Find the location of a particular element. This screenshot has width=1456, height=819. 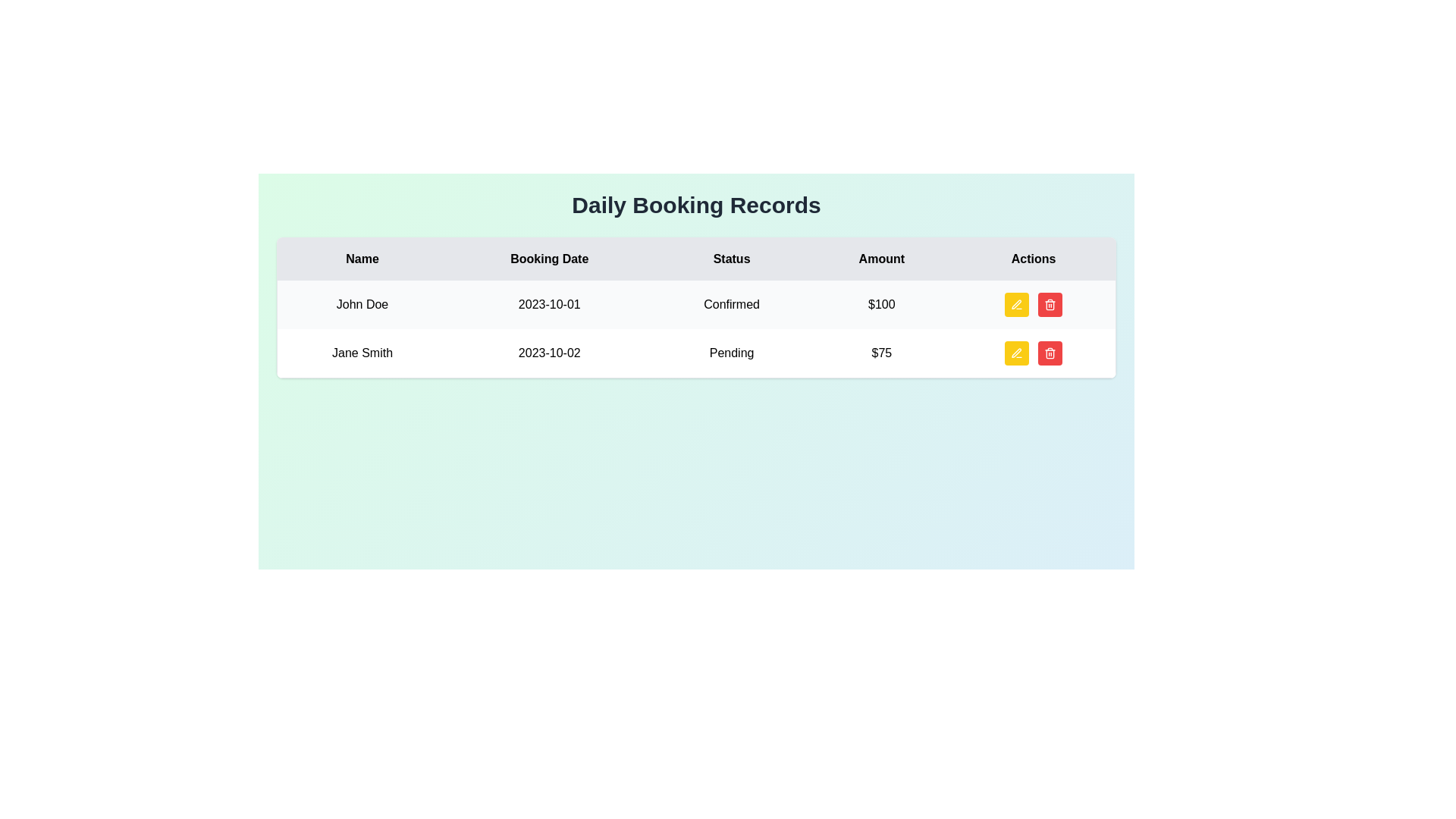

the pen icon with a yellow background in the Actions column of the second row is located at coordinates (1016, 353).